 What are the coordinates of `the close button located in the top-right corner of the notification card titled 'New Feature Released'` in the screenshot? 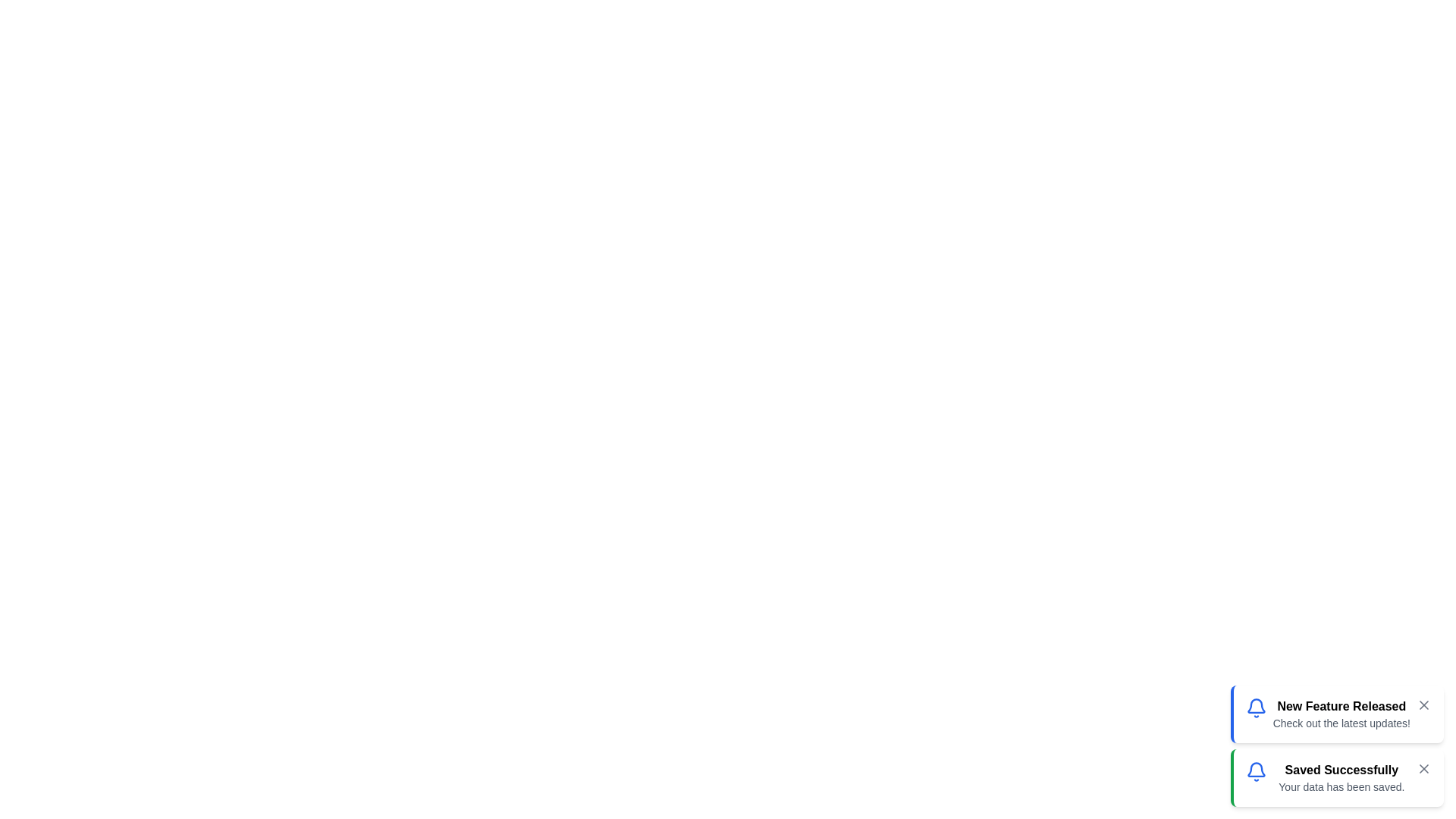 It's located at (1423, 704).